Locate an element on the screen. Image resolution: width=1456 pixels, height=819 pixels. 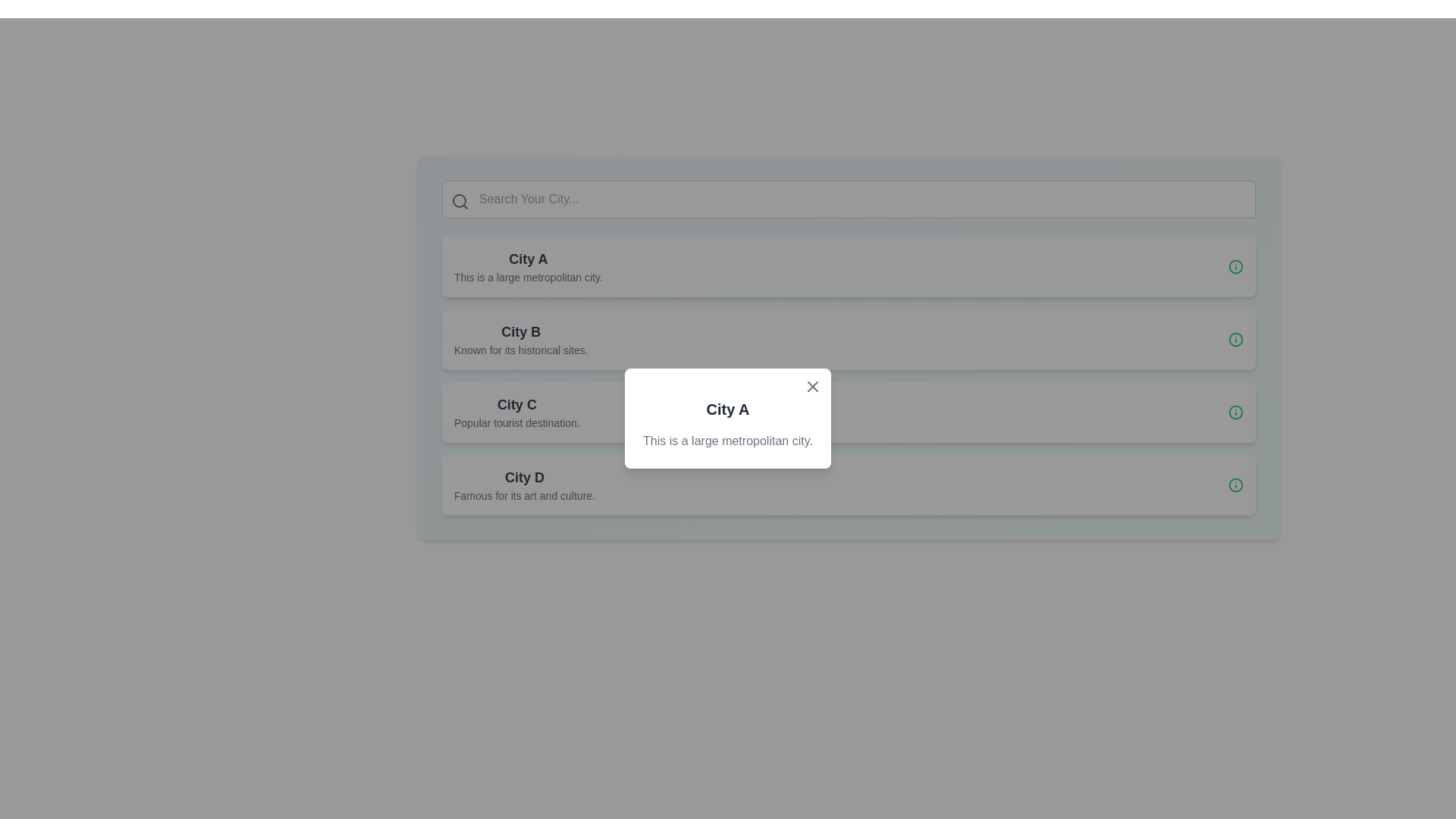
the static text element displaying 'City D', which serves as the title for selecting this city from a list is located at coordinates (524, 476).